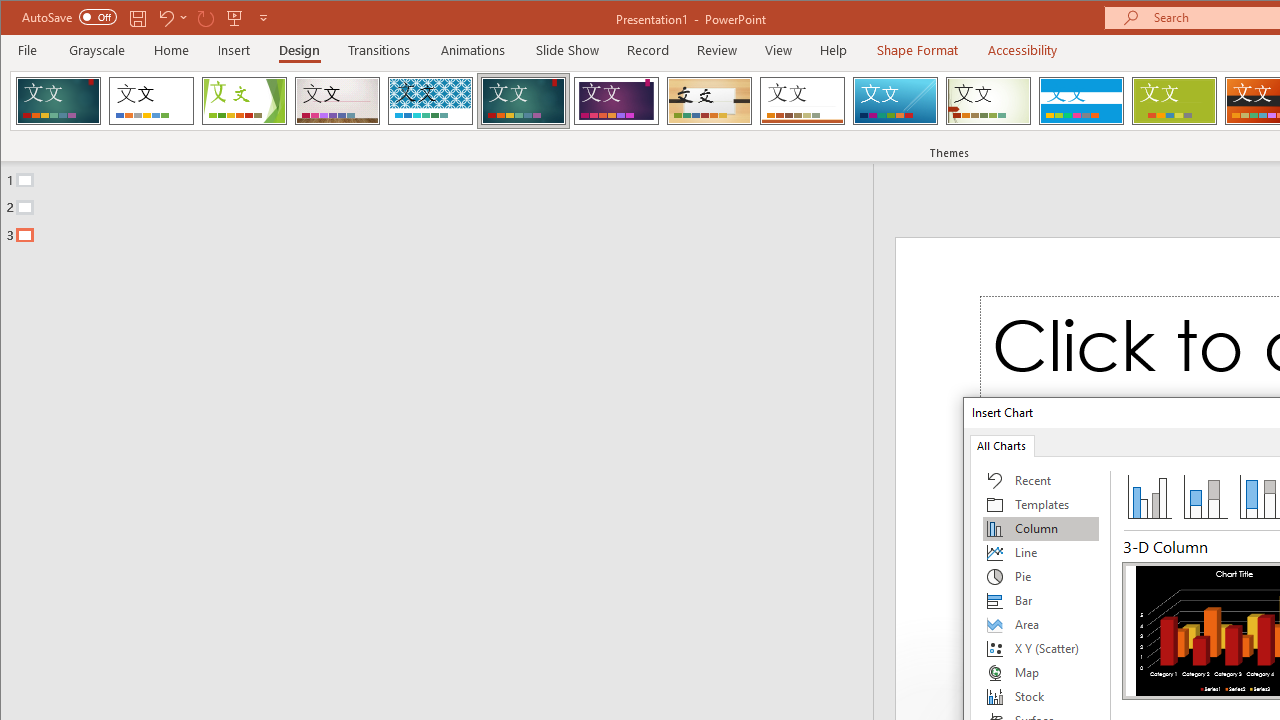  Describe the element at coordinates (1040, 577) in the screenshot. I see `'Pie'` at that location.